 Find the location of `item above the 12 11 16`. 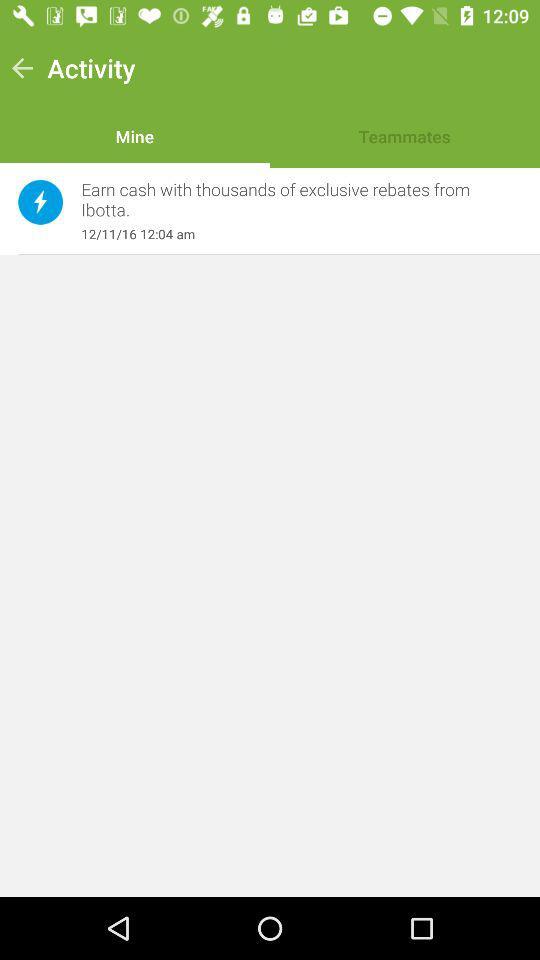

item above the 12 11 16 is located at coordinates (290, 200).